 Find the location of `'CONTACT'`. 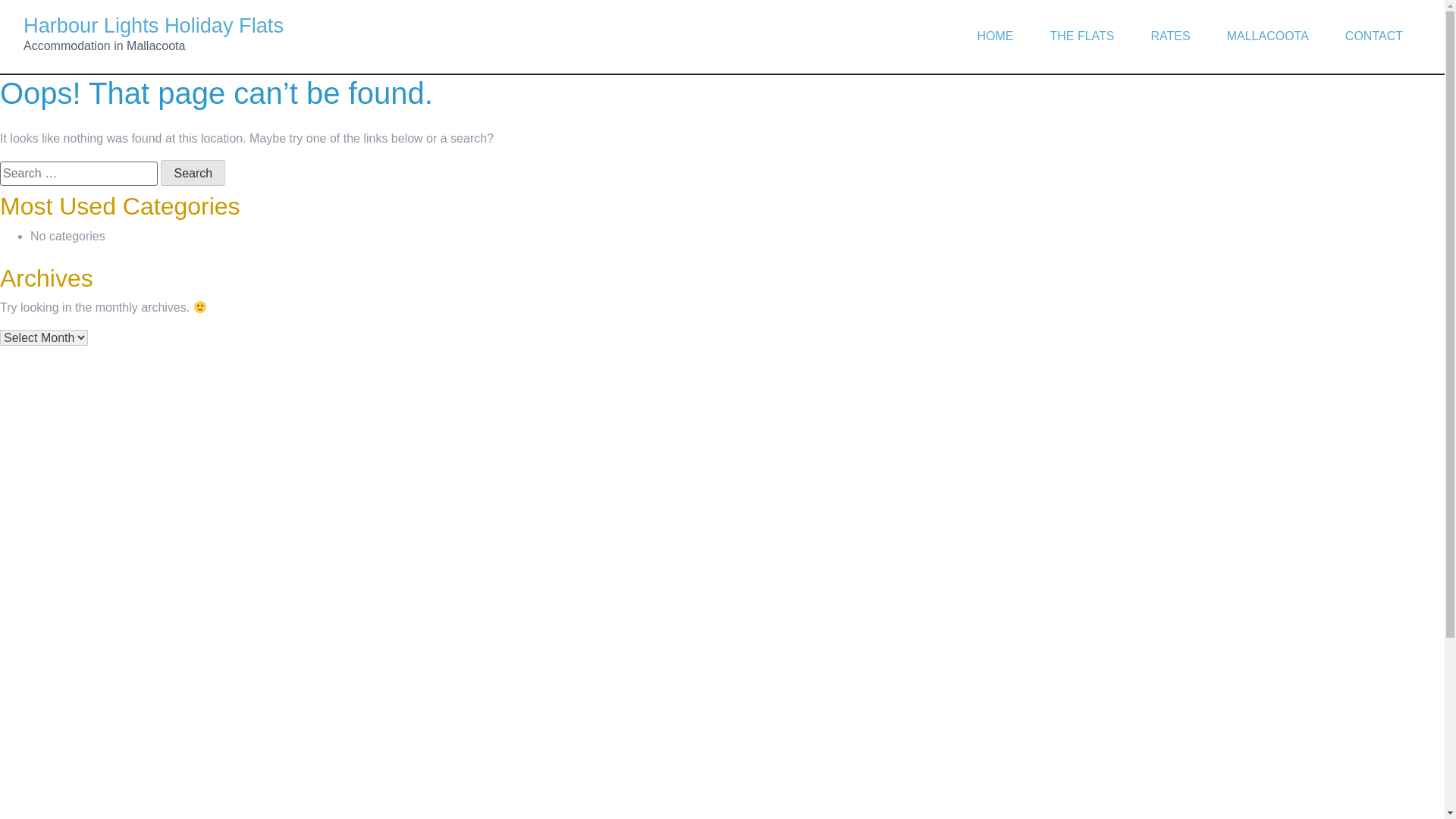

'CONTACT' is located at coordinates (1374, 35).